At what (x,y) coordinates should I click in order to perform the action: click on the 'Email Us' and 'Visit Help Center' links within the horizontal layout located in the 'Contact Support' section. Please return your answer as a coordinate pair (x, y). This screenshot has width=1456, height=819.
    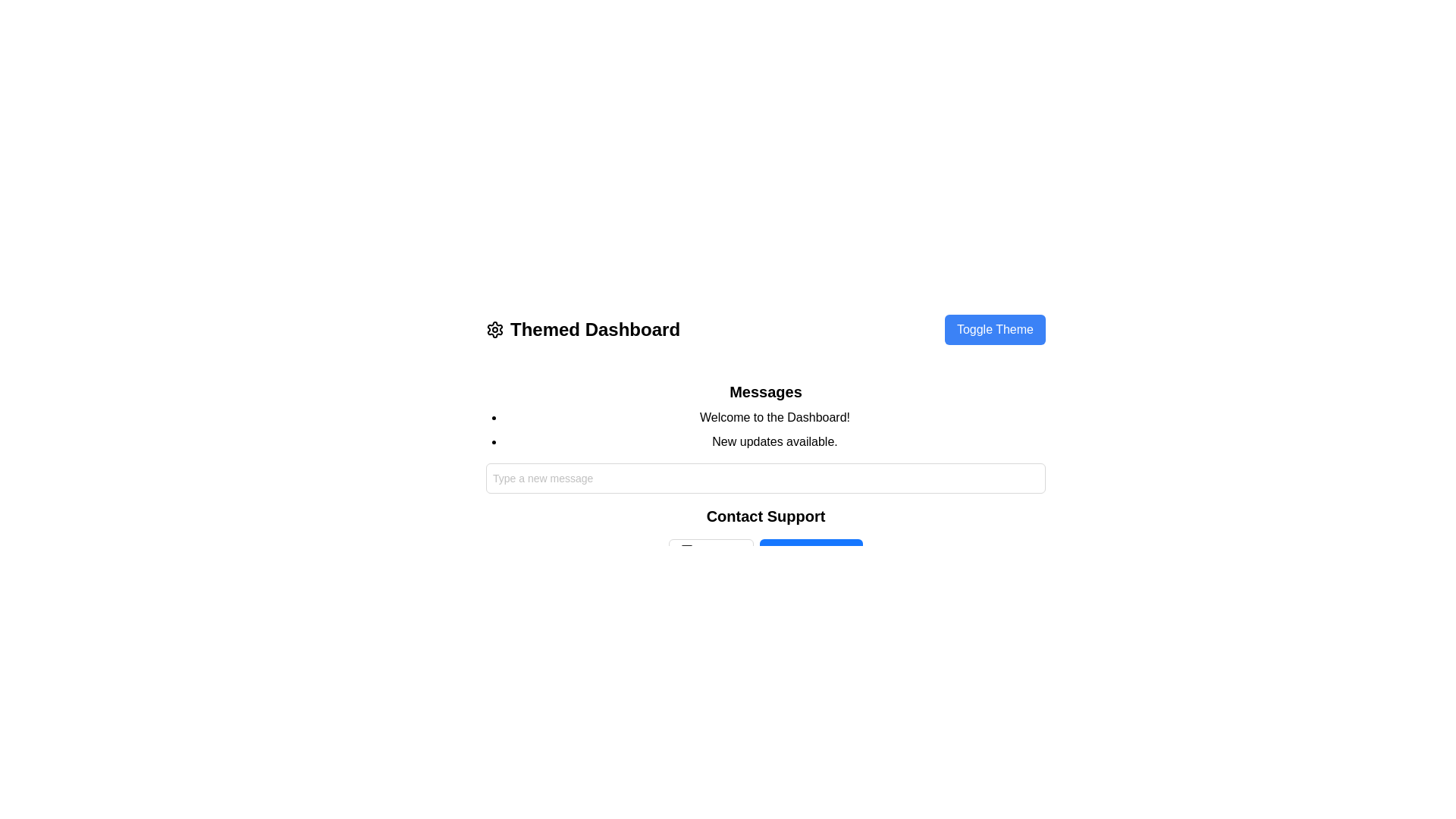
    Looking at the image, I should click on (765, 551).